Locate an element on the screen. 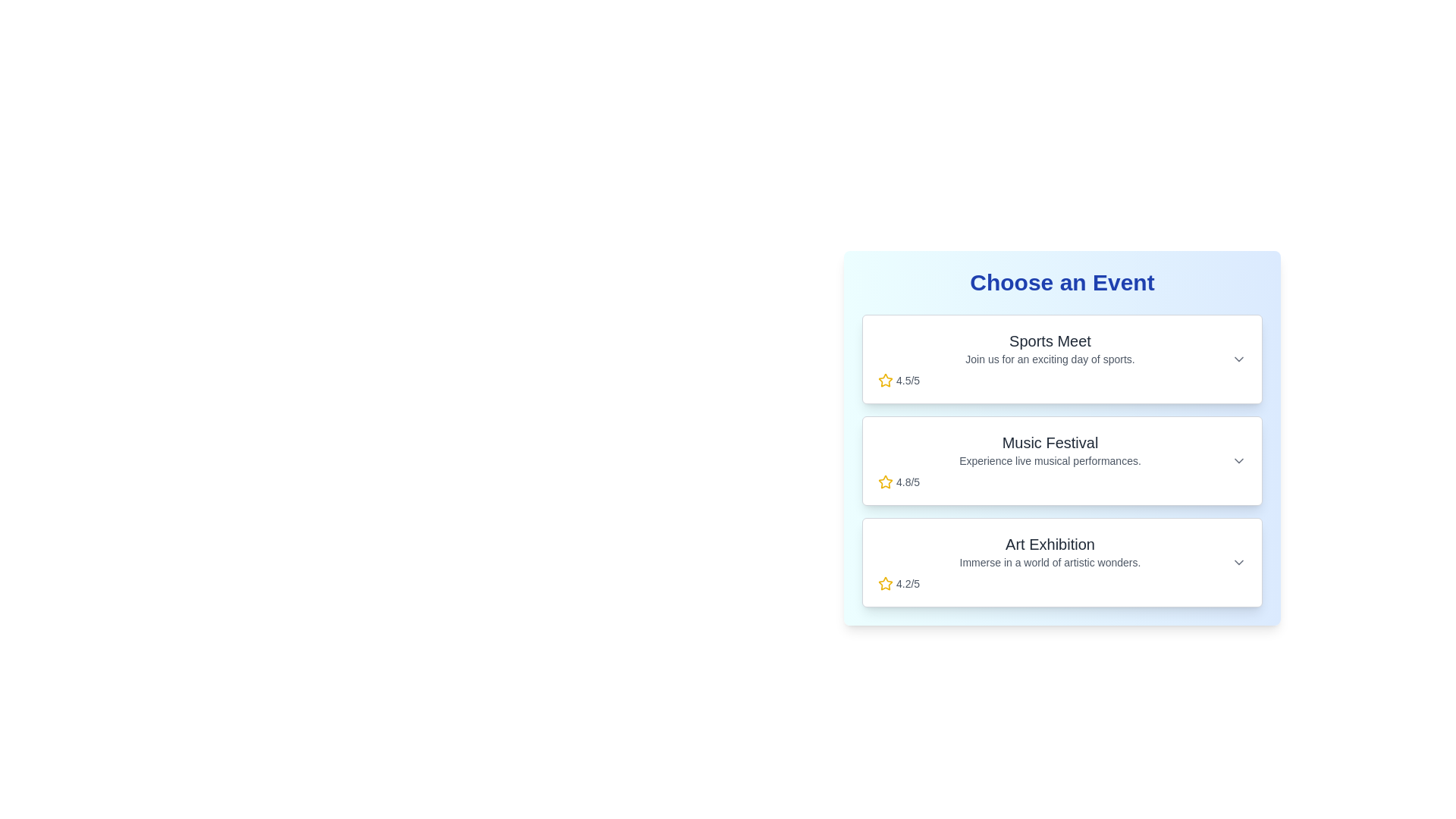  the star rating icon located at the beginning of the rating section for the 'Art Exhibition' card, which indicates a rating of '4.2/5' is located at coordinates (885, 583).